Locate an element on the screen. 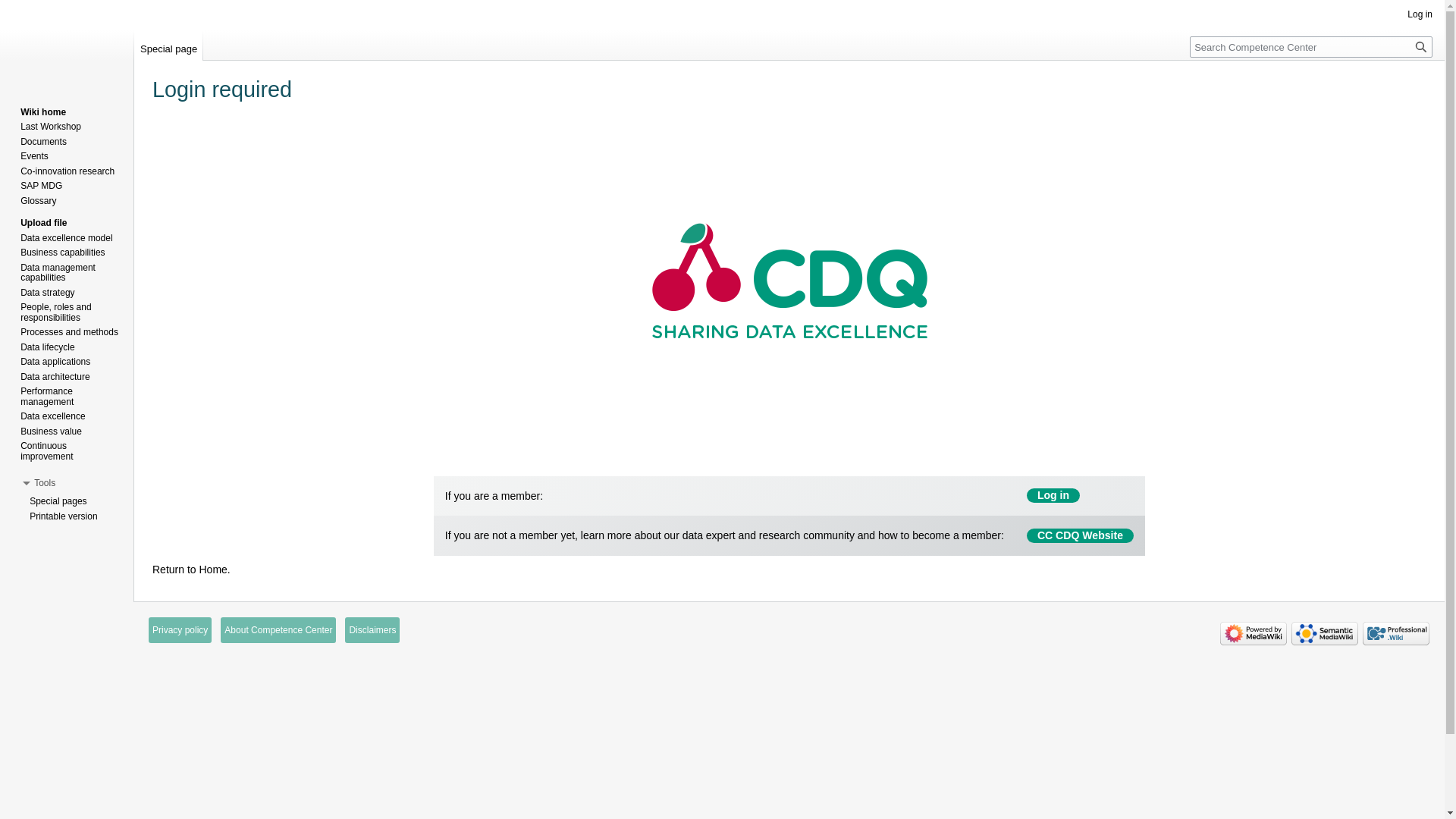 Image resolution: width=1456 pixels, height=819 pixels. 'Home' is located at coordinates (212, 570).